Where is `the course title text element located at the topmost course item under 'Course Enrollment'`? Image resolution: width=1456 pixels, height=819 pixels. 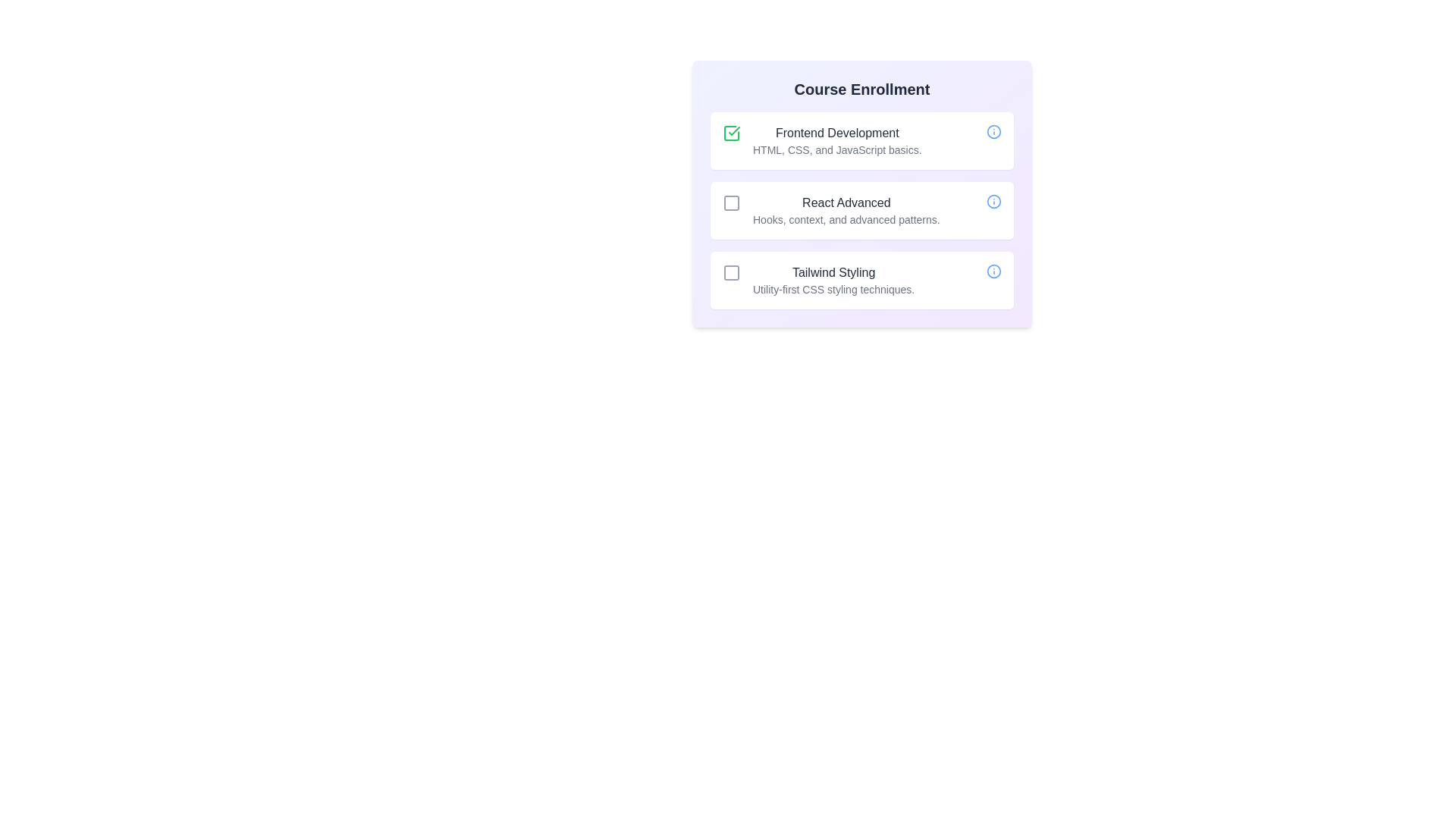 the course title text element located at the topmost course item under 'Course Enrollment' is located at coordinates (836, 133).